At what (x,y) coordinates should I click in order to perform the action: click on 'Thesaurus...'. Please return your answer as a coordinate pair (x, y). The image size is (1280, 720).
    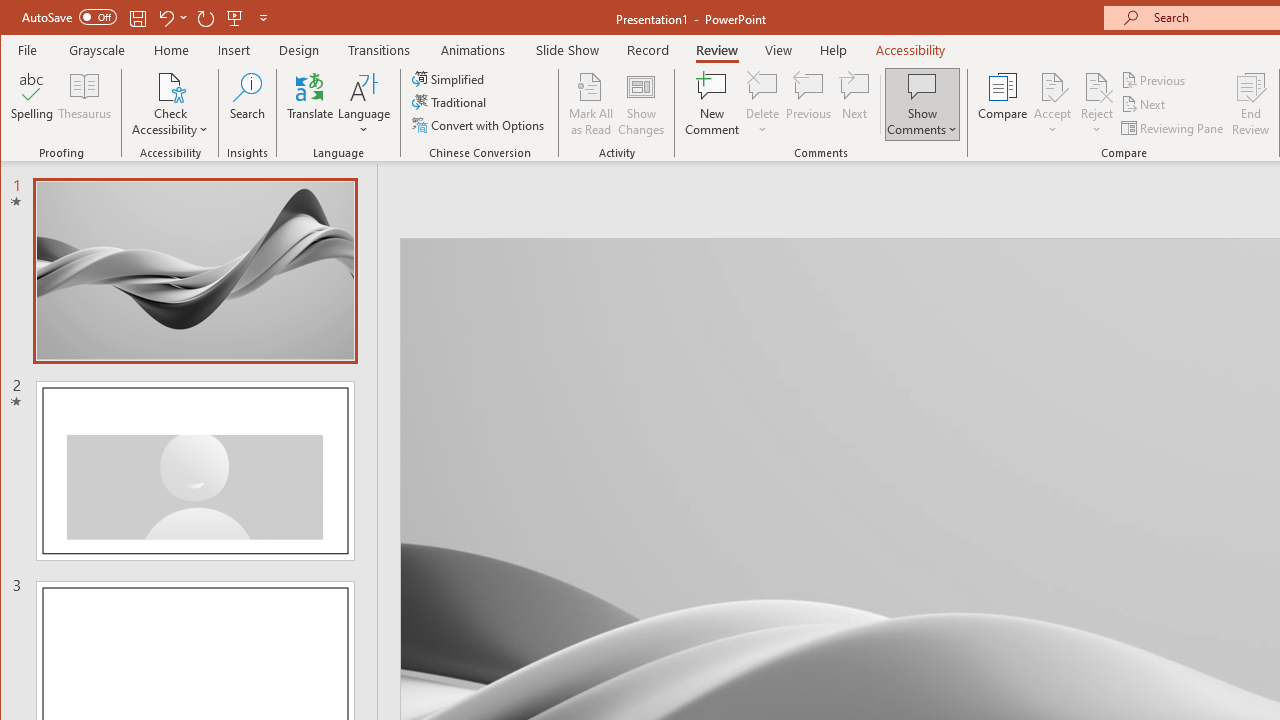
    Looking at the image, I should click on (84, 104).